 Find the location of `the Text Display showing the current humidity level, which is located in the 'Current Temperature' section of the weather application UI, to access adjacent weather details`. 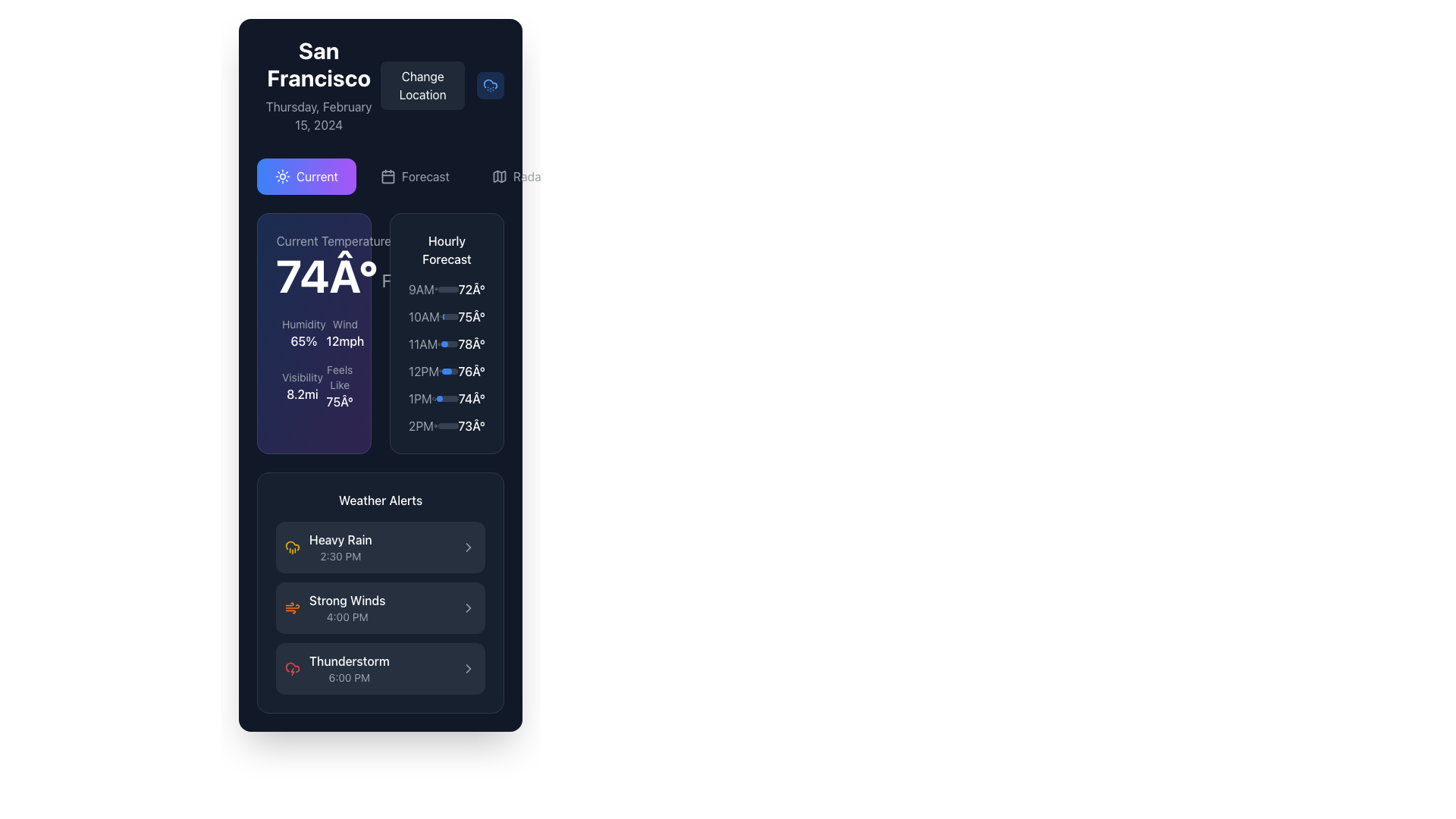

the Text Display showing the current humidity level, which is located in the 'Current Temperature' section of the weather application UI, to access adjacent weather details is located at coordinates (303, 332).